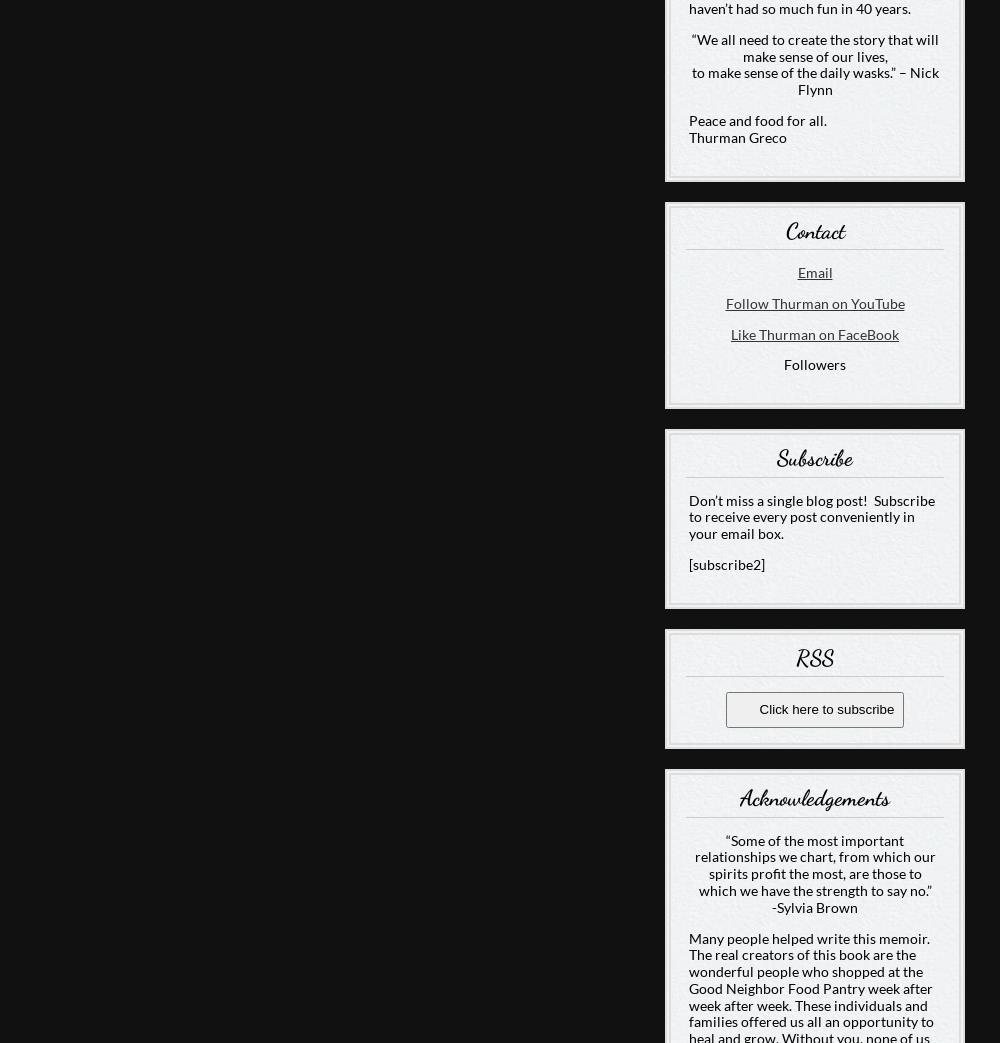 Image resolution: width=1000 pixels, height=1043 pixels. I want to click on 'Thurman Greco', so click(736, 136).